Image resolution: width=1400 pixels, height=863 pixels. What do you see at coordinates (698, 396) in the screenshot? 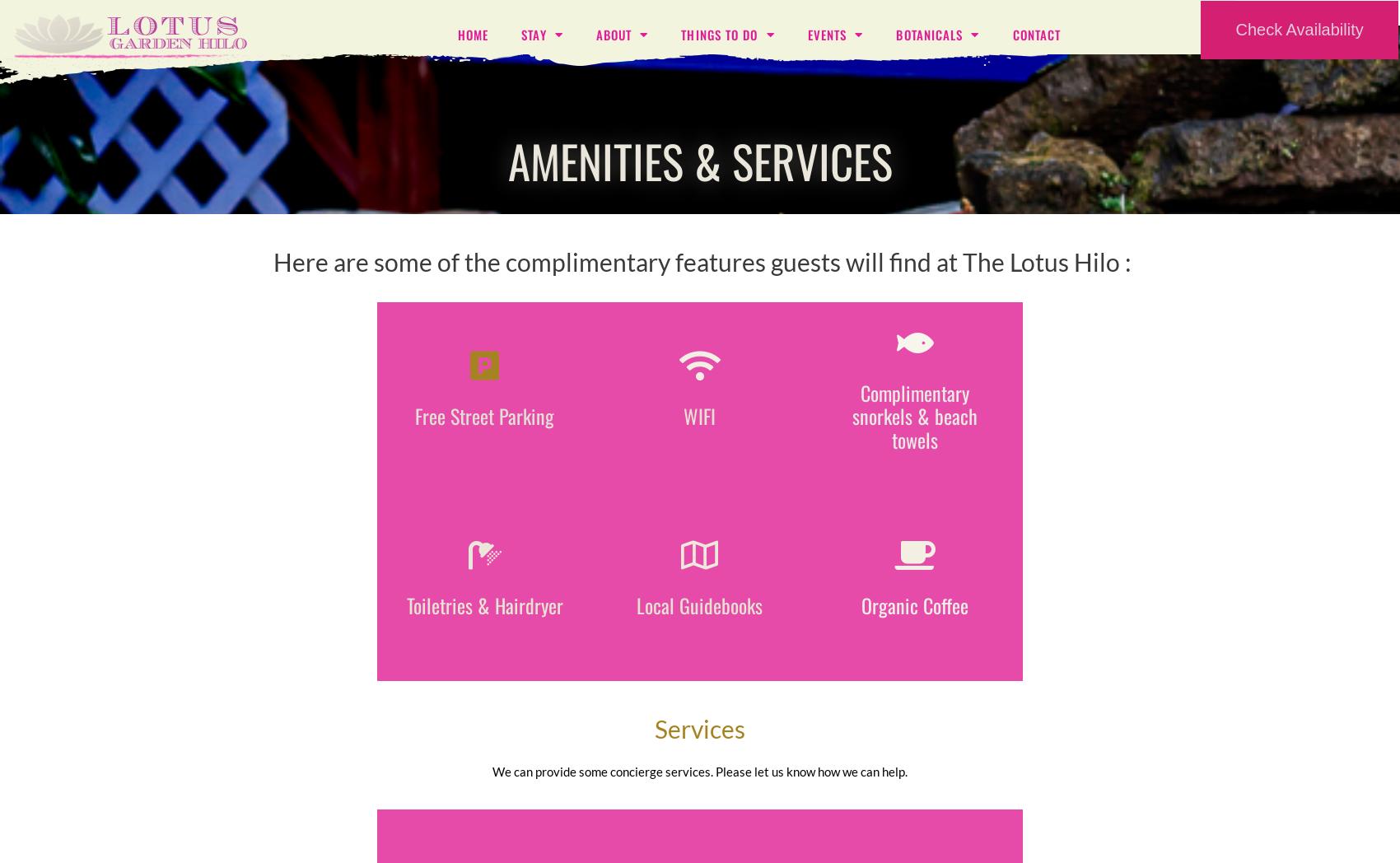
I see `'Free WIFI'` at bounding box center [698, 396].